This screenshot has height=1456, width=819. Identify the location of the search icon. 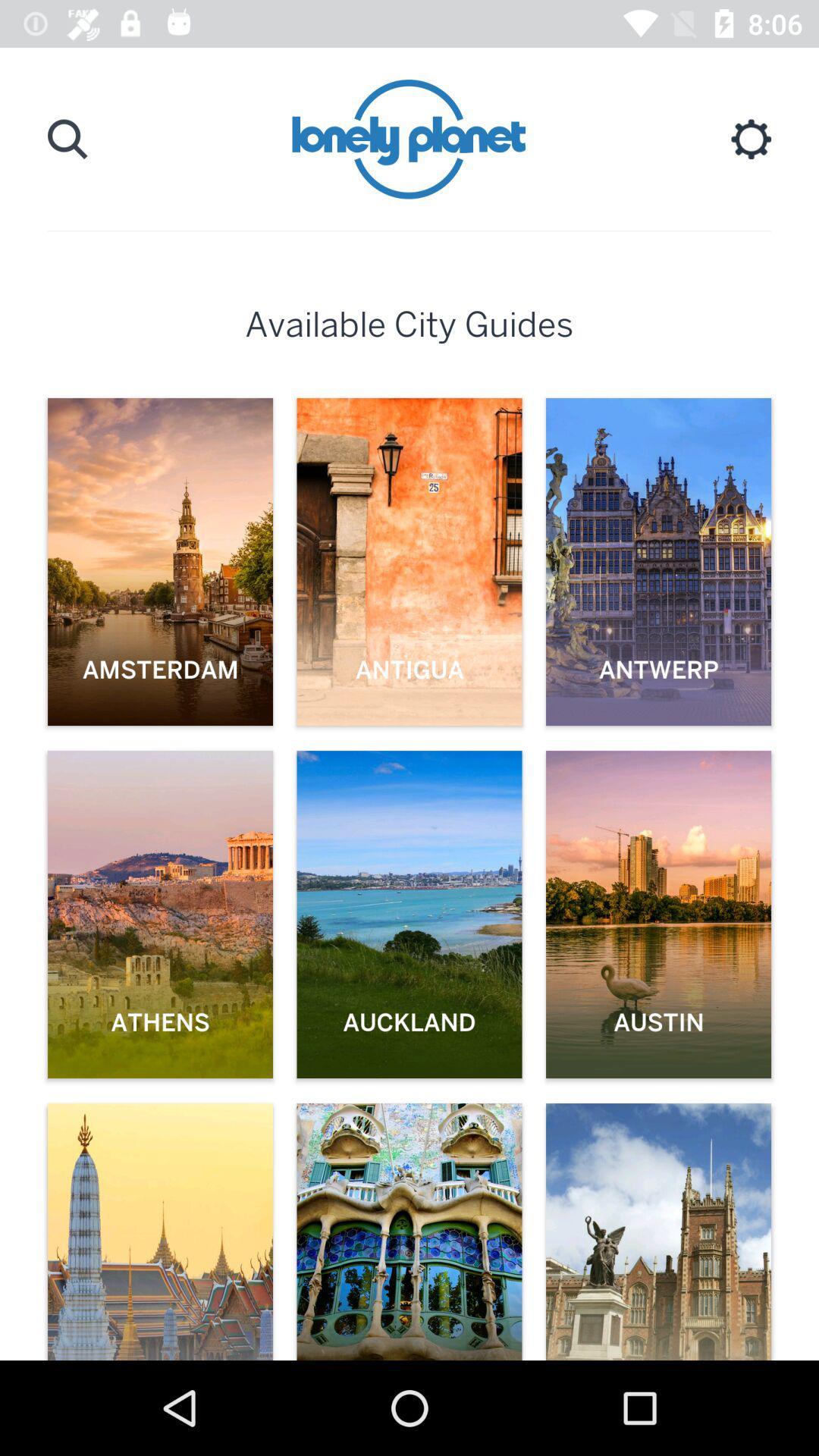
(67, 139).